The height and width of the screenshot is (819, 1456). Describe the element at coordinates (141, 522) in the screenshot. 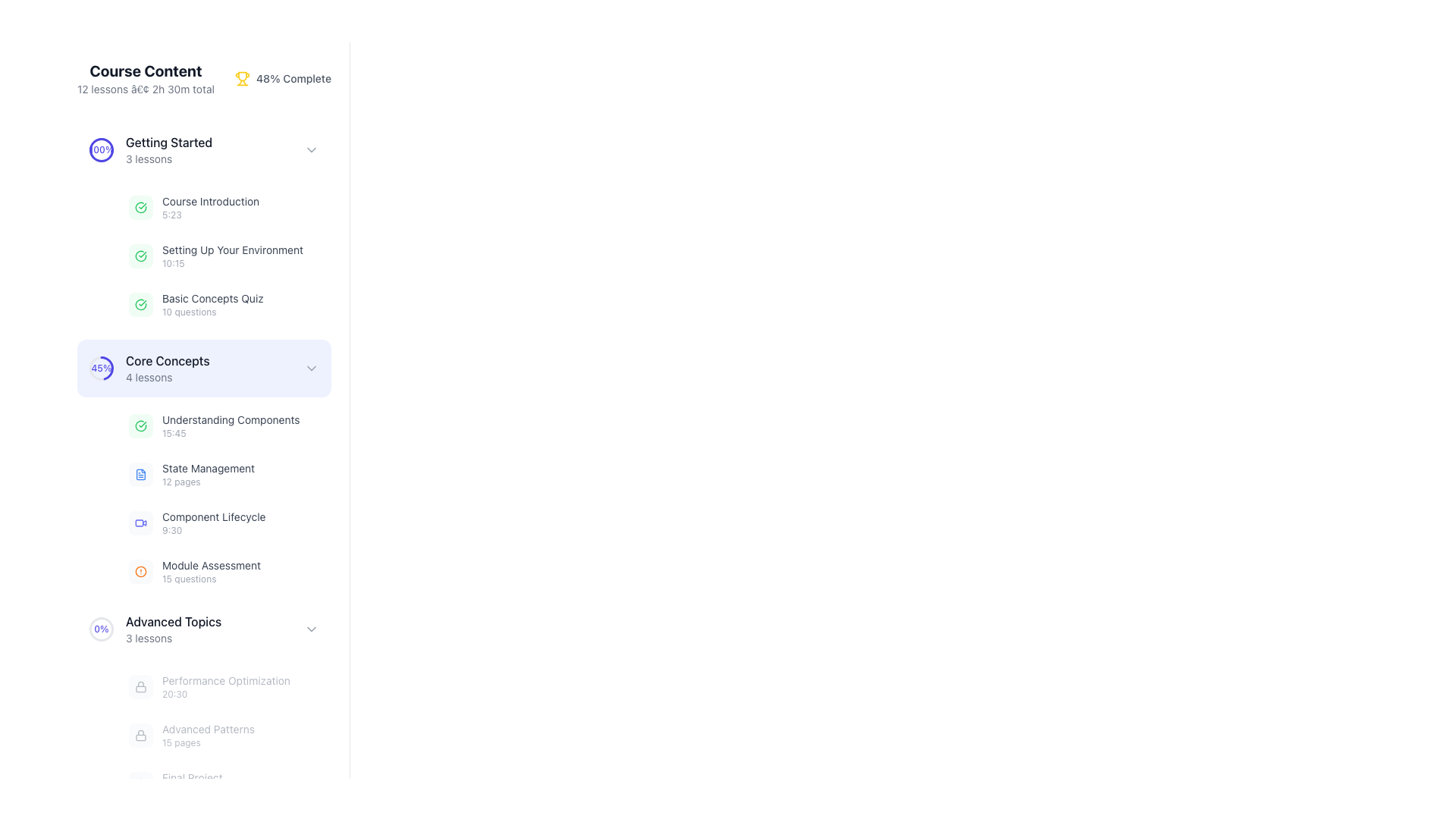

I see `the camera/video recorder icon button with a light gray background located in the 'Core Concepts' section` at that location.